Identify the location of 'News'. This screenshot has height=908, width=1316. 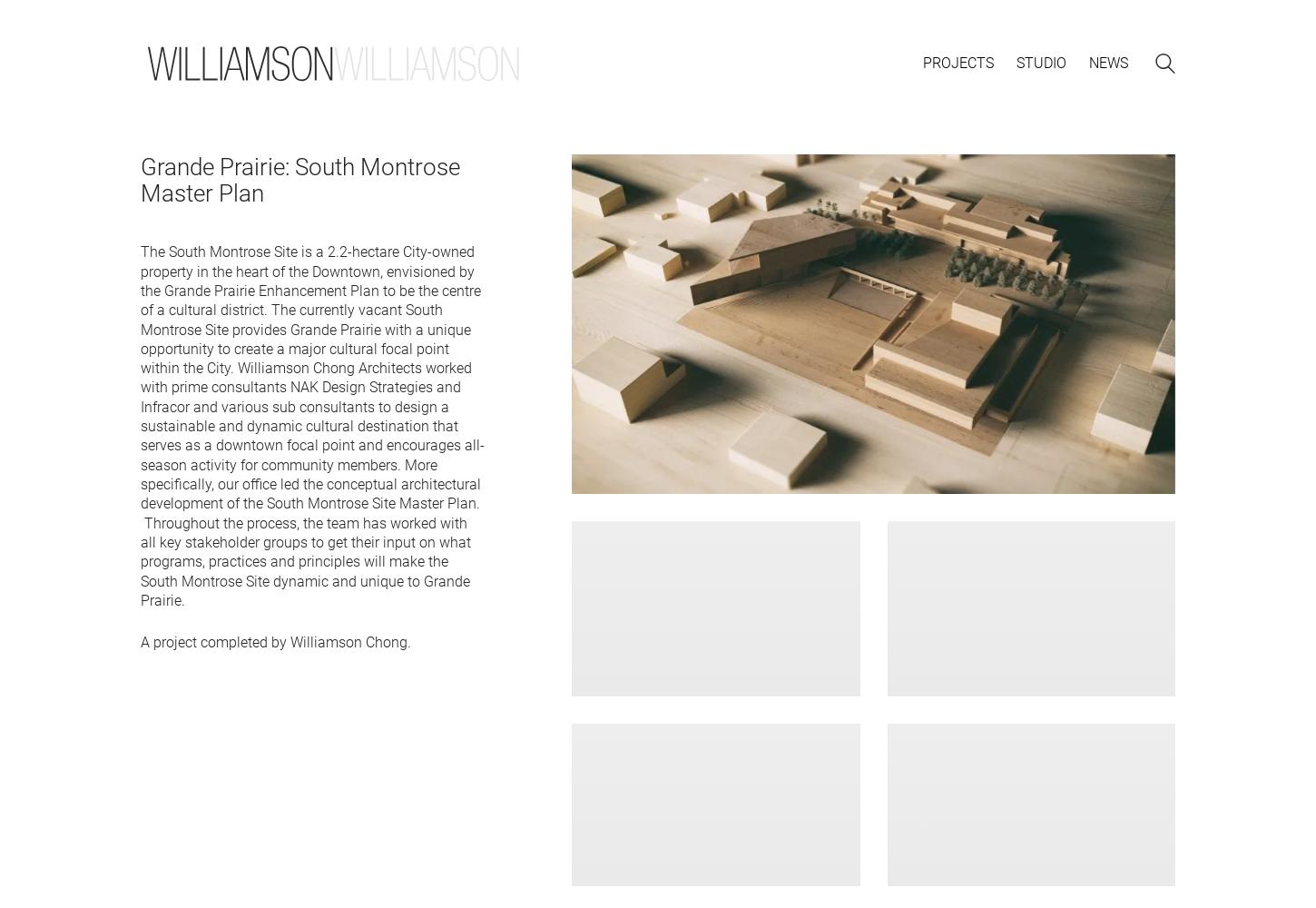
(1088, 62).